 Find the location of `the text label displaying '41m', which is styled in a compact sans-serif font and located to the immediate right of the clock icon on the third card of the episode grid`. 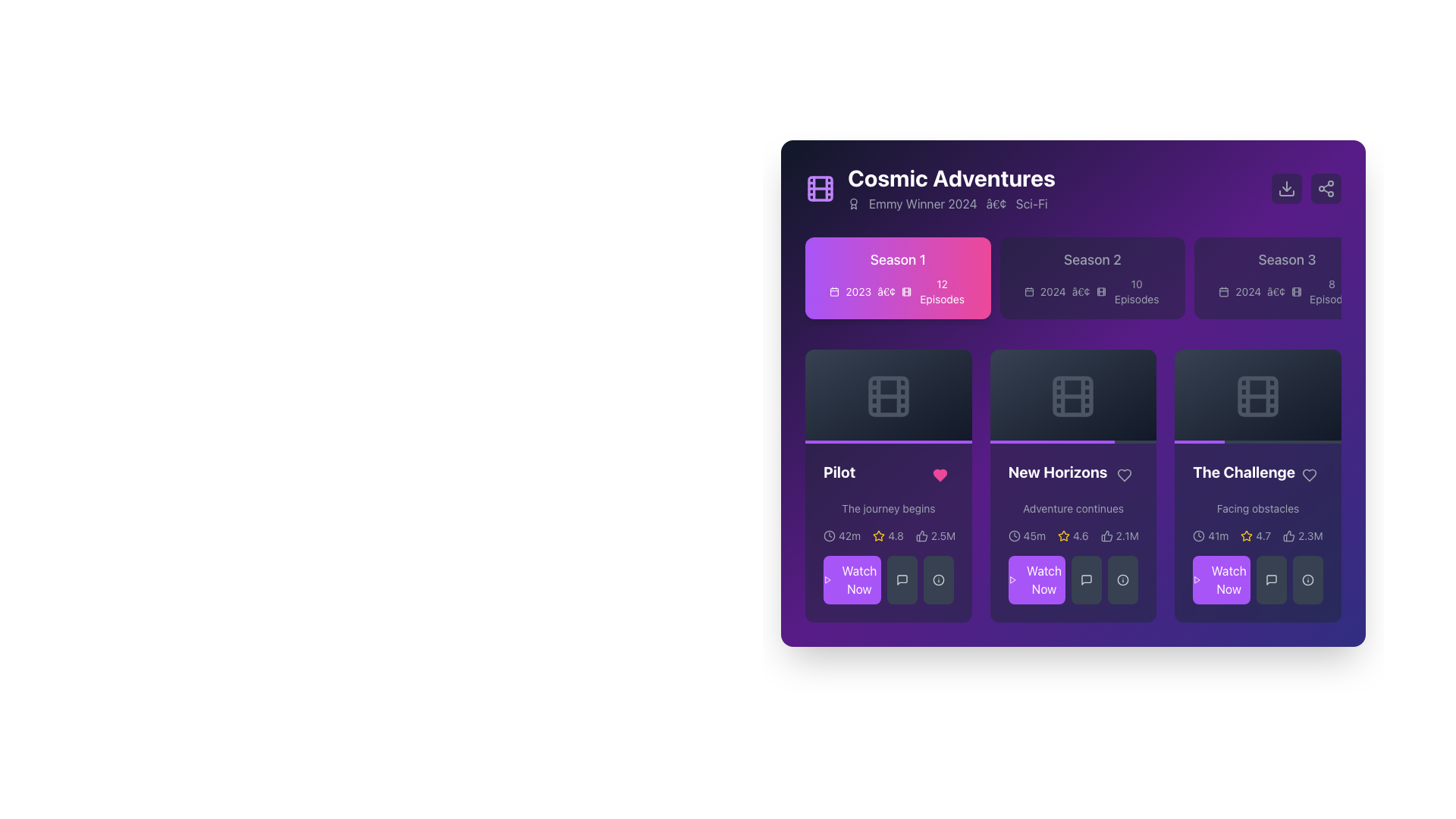

the text label displaying '41m', which is styled in a compact sans-serif font and located to the immediate right of the clock icon on the third card of the episode grid is located at coordinates (1218, 535).